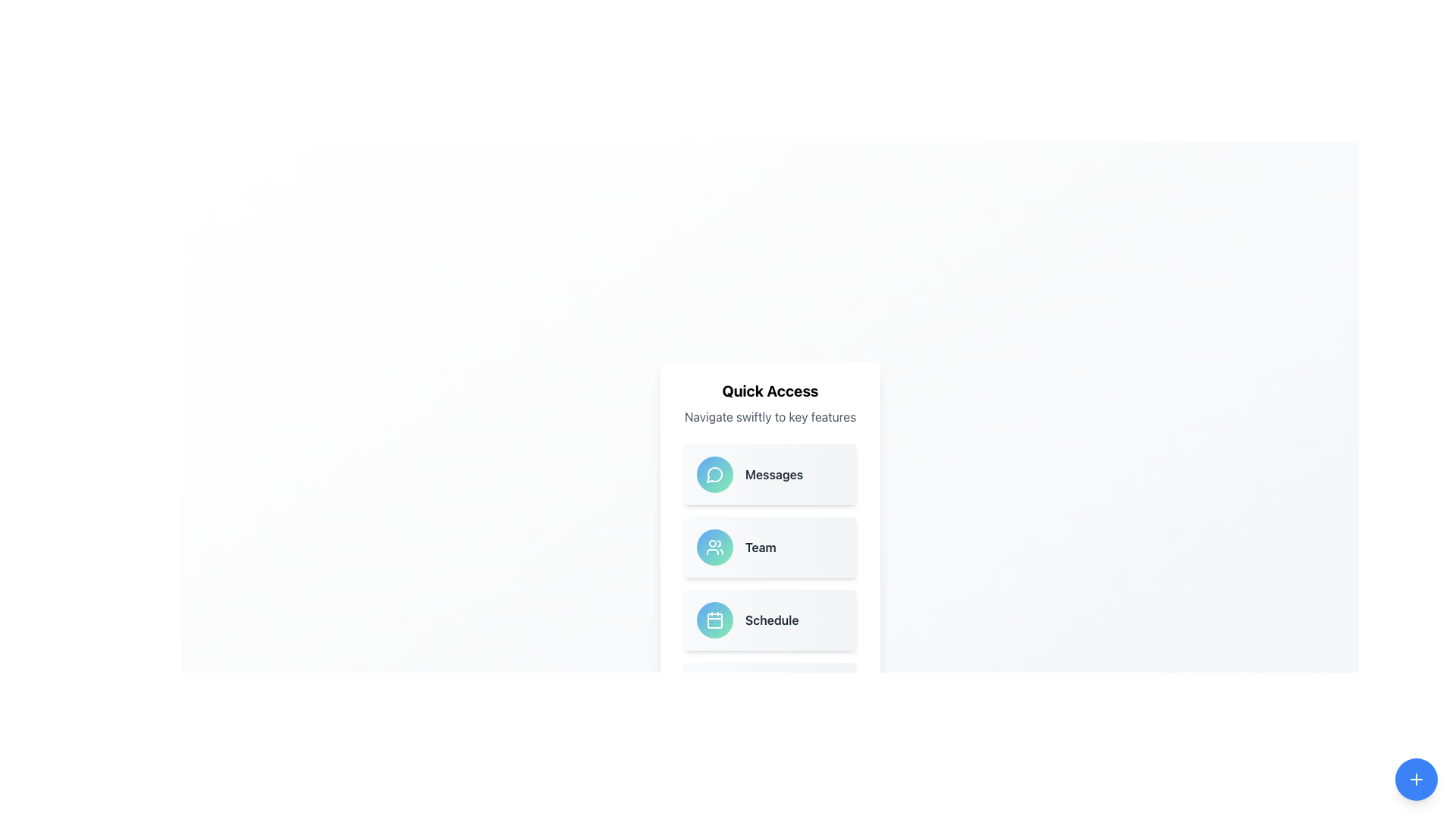 Image resolution: width=1456 pixels, height=819 pixels. Describe the element at coordinates (770, 417) in the screenshot. I see `the text element that reads 'Navigate swiftly to key features', which is styled in light gray and positioned below the title 'Quick Access'` at that location.